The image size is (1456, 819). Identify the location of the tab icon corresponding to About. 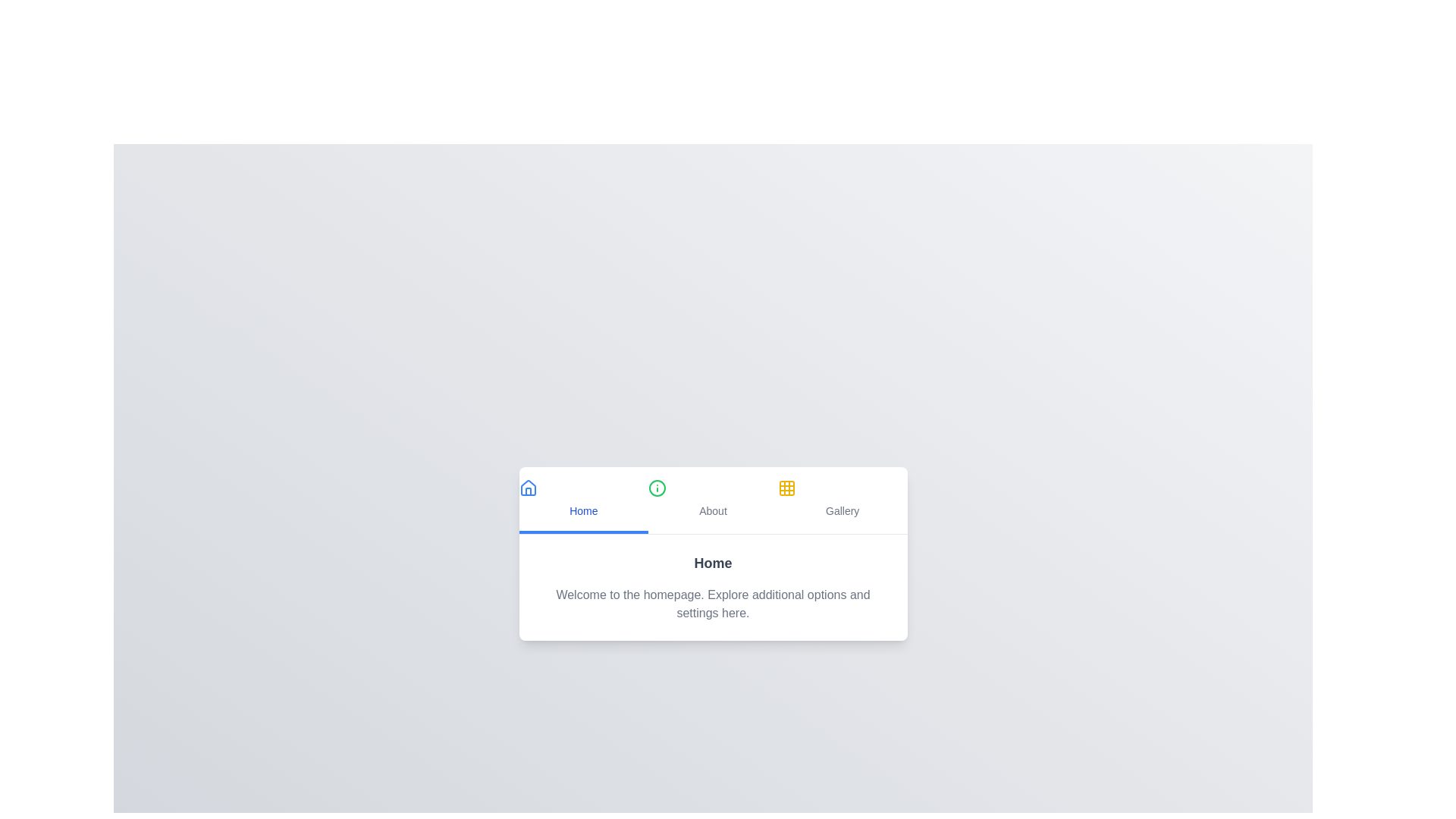
(657, 488).